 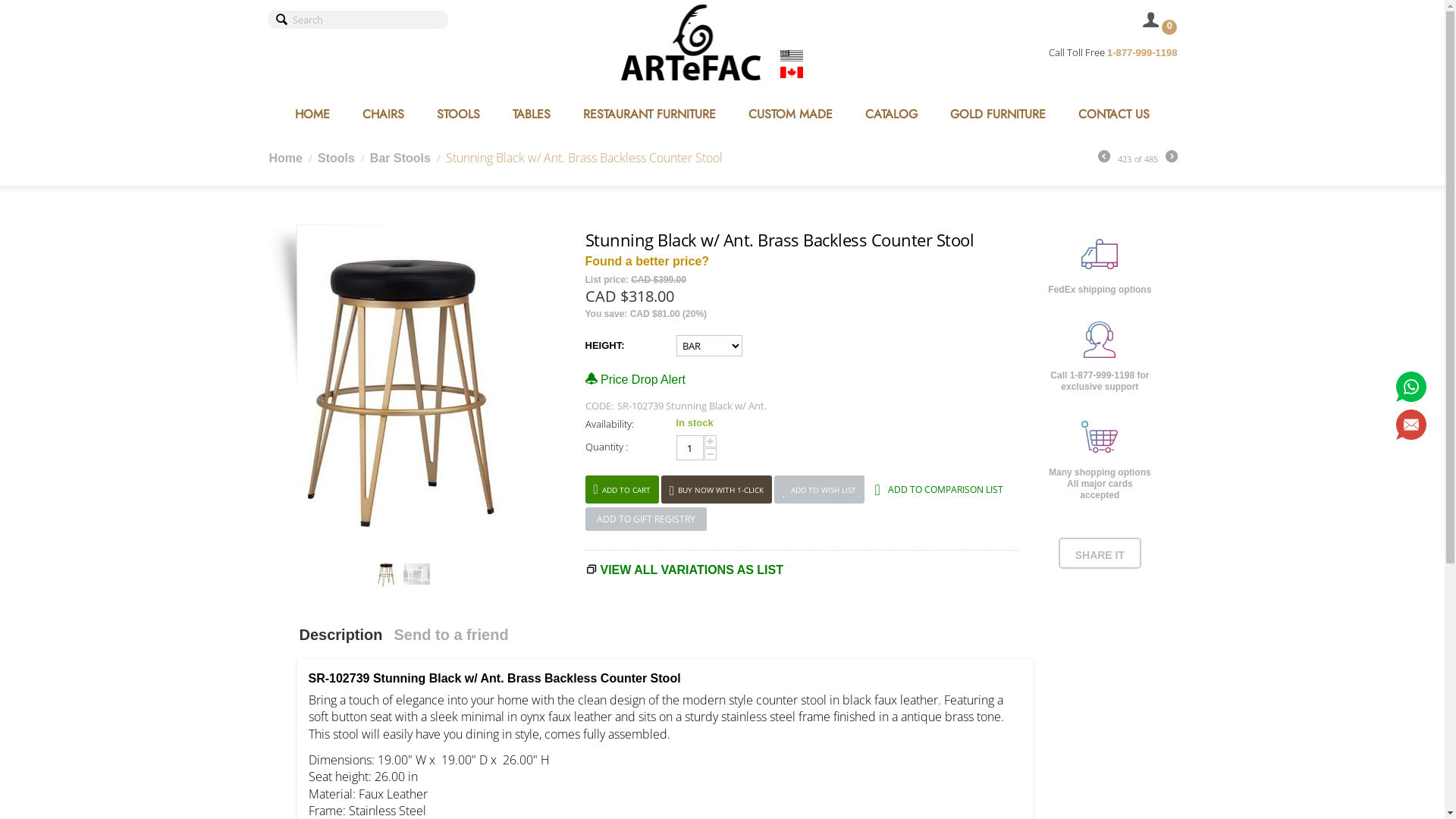 What do you see at coordinates (709, 441) in the screenshot?
I see `'+'` at bounding box center [709, 441].